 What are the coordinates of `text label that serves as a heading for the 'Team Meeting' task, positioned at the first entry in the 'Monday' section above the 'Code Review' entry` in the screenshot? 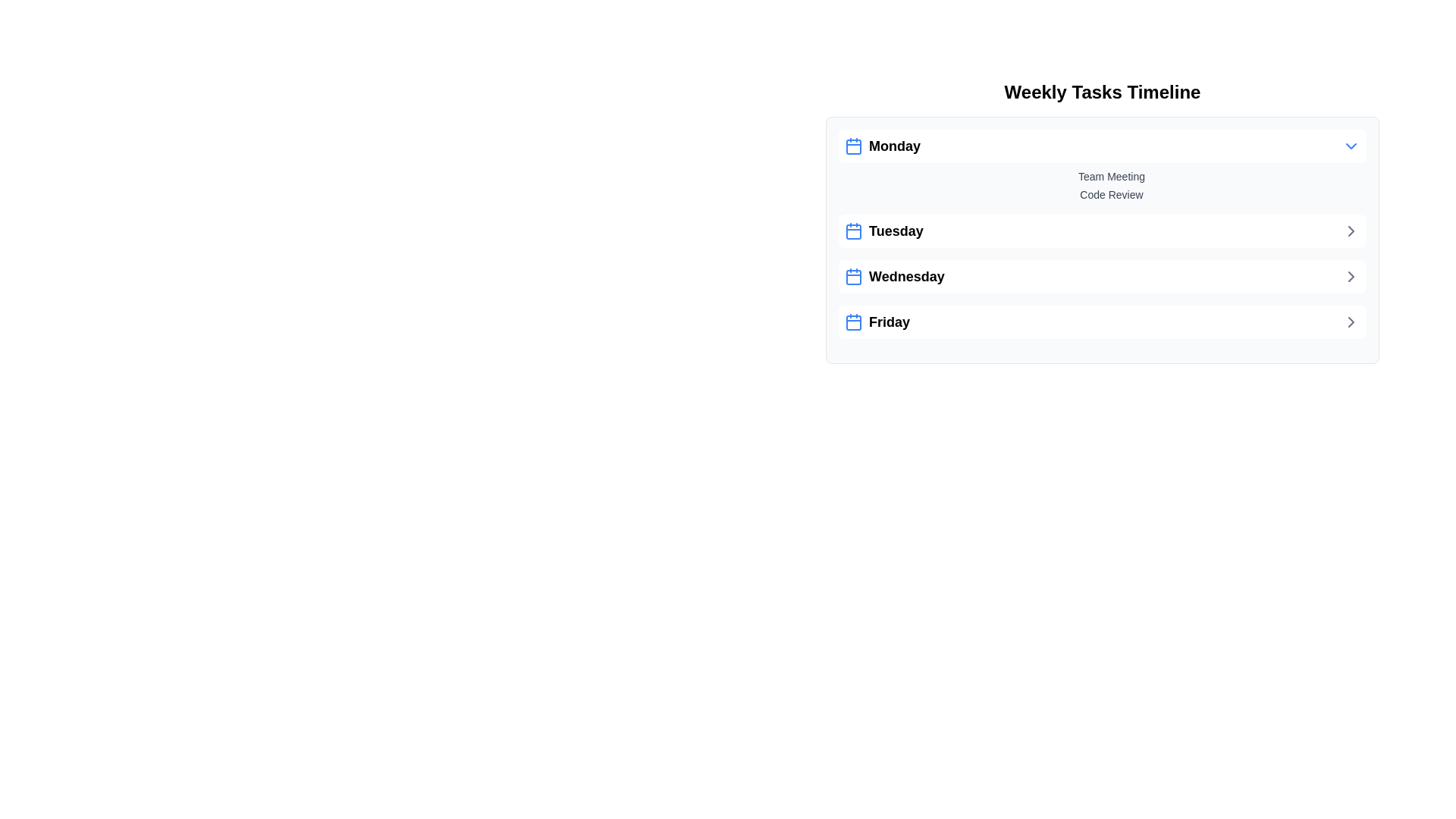 It's located at (1111, 175).